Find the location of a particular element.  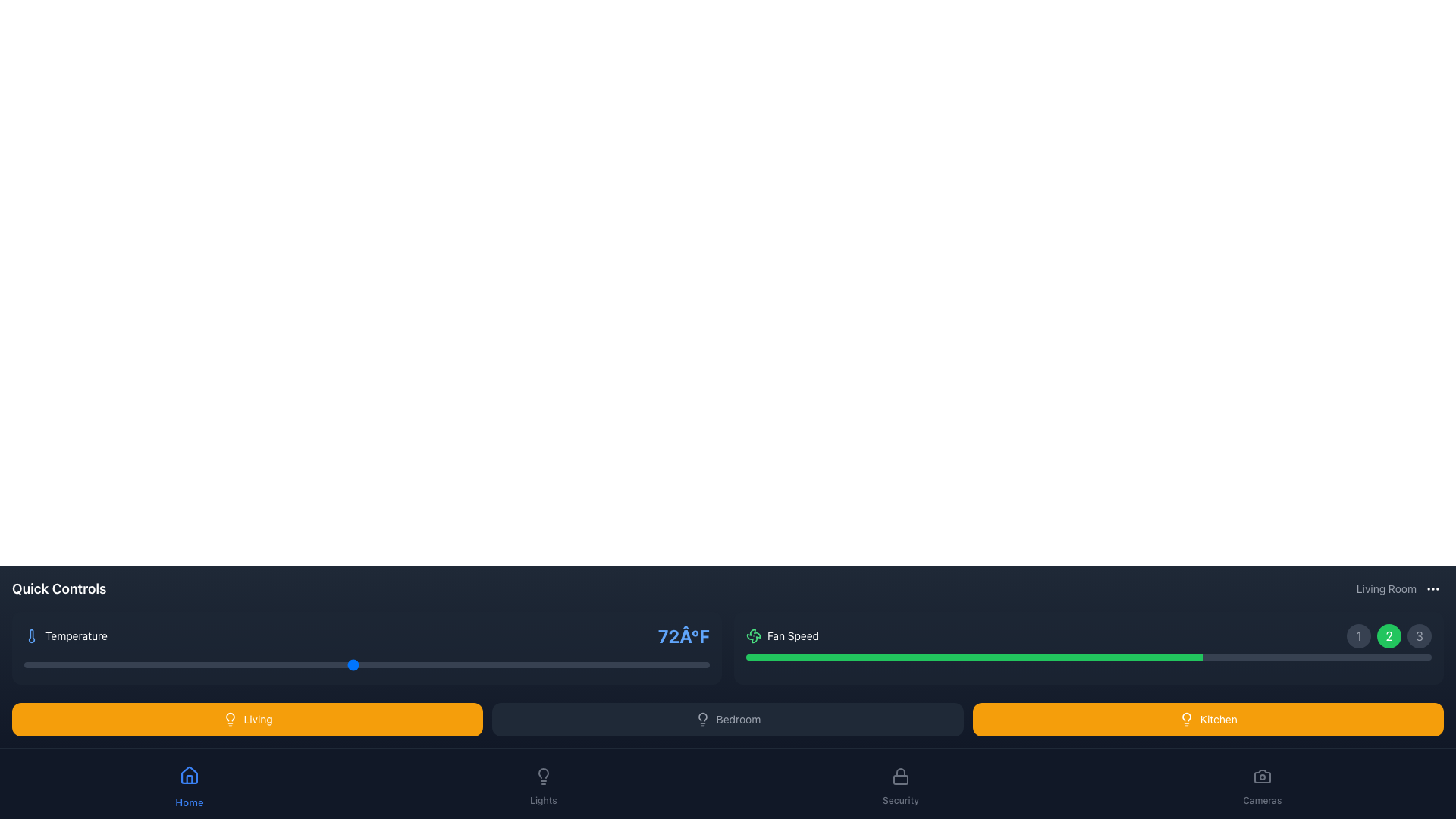

information from the static label displaying the word 'Lights' in a gray color, located centrally under the lightbulb icon is located at coordinates (543, 800).